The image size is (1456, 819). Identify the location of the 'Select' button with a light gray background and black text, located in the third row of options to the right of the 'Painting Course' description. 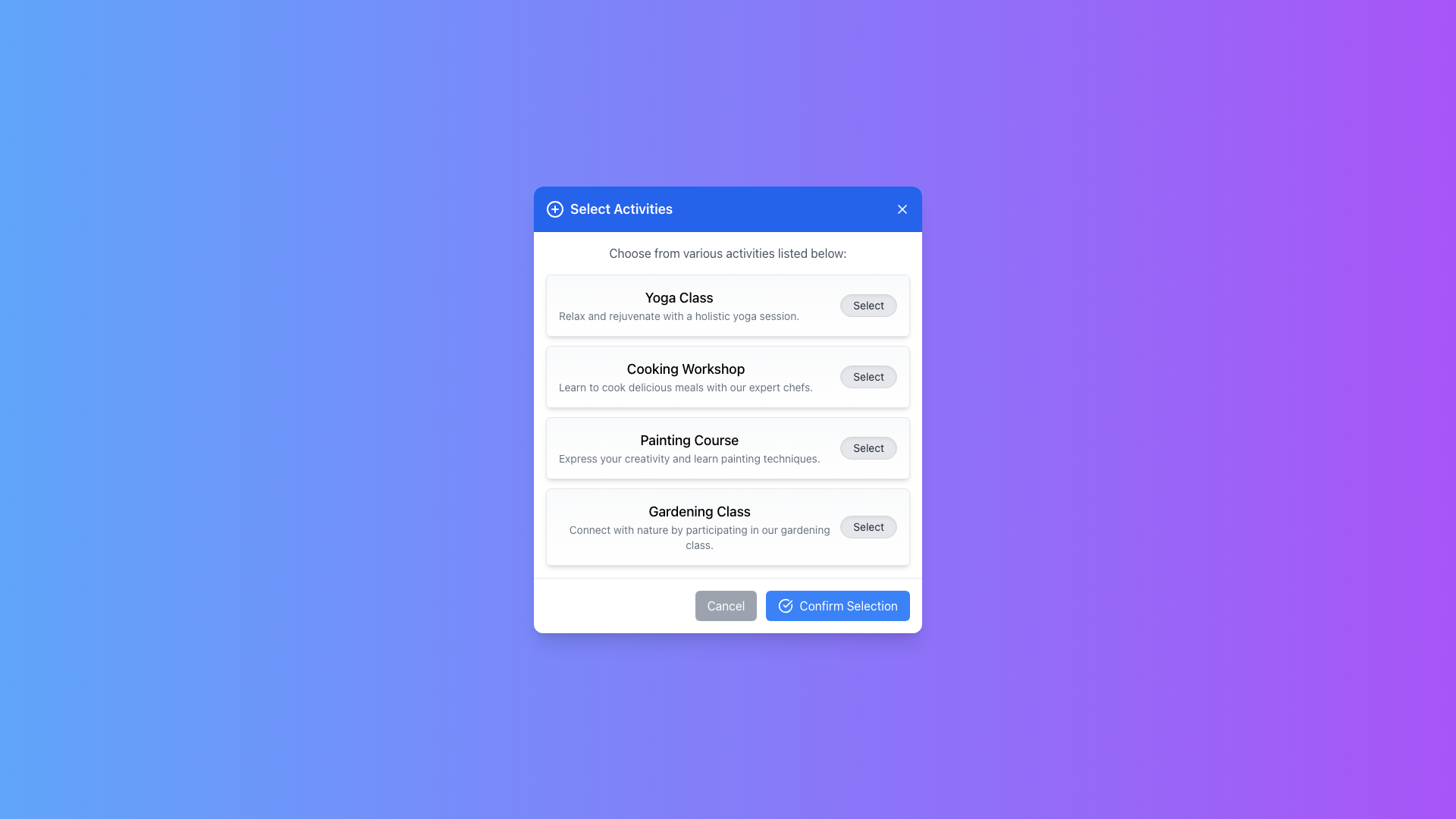
(868, 447).